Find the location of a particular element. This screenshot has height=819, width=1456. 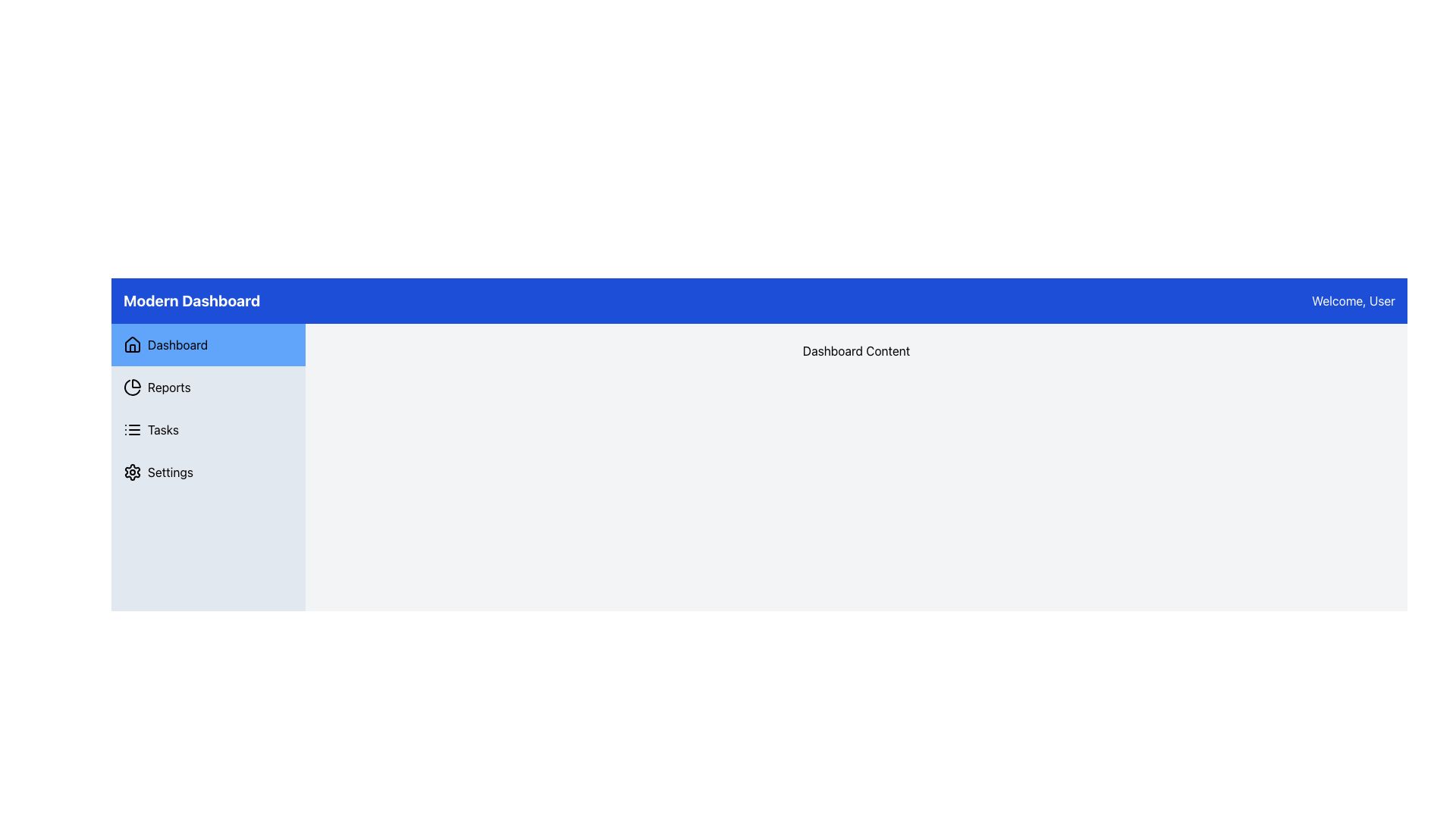

the navigation item located in the vertical menu, directly below the 'Dashboard' option is located at coordinates (207, 386).